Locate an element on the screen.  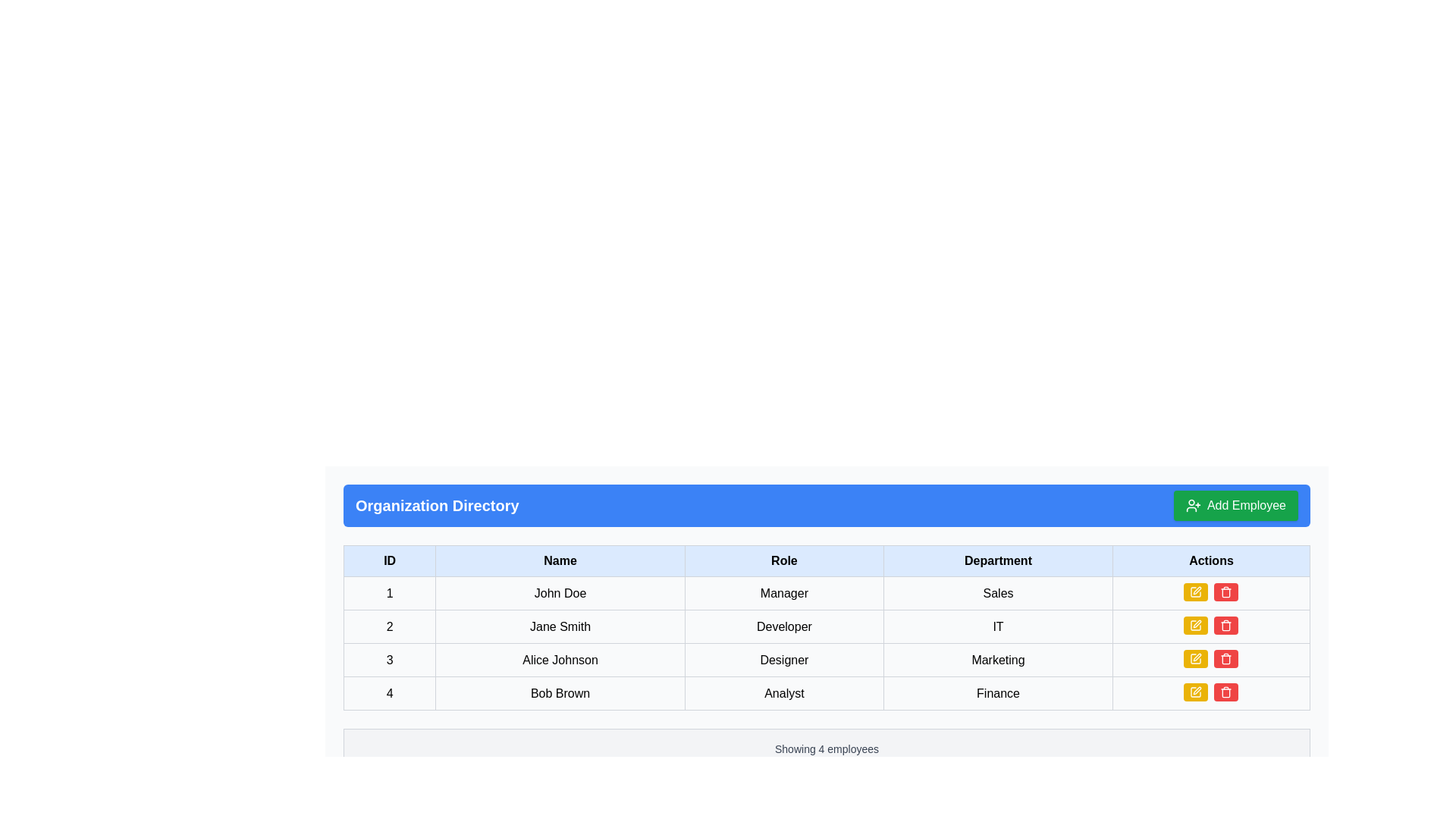
the small green person icon with a plus sign located inside the 'Add Employee' button on the right corner of the 'Organization Directory' header bar is located at coordinates (1193, 506).